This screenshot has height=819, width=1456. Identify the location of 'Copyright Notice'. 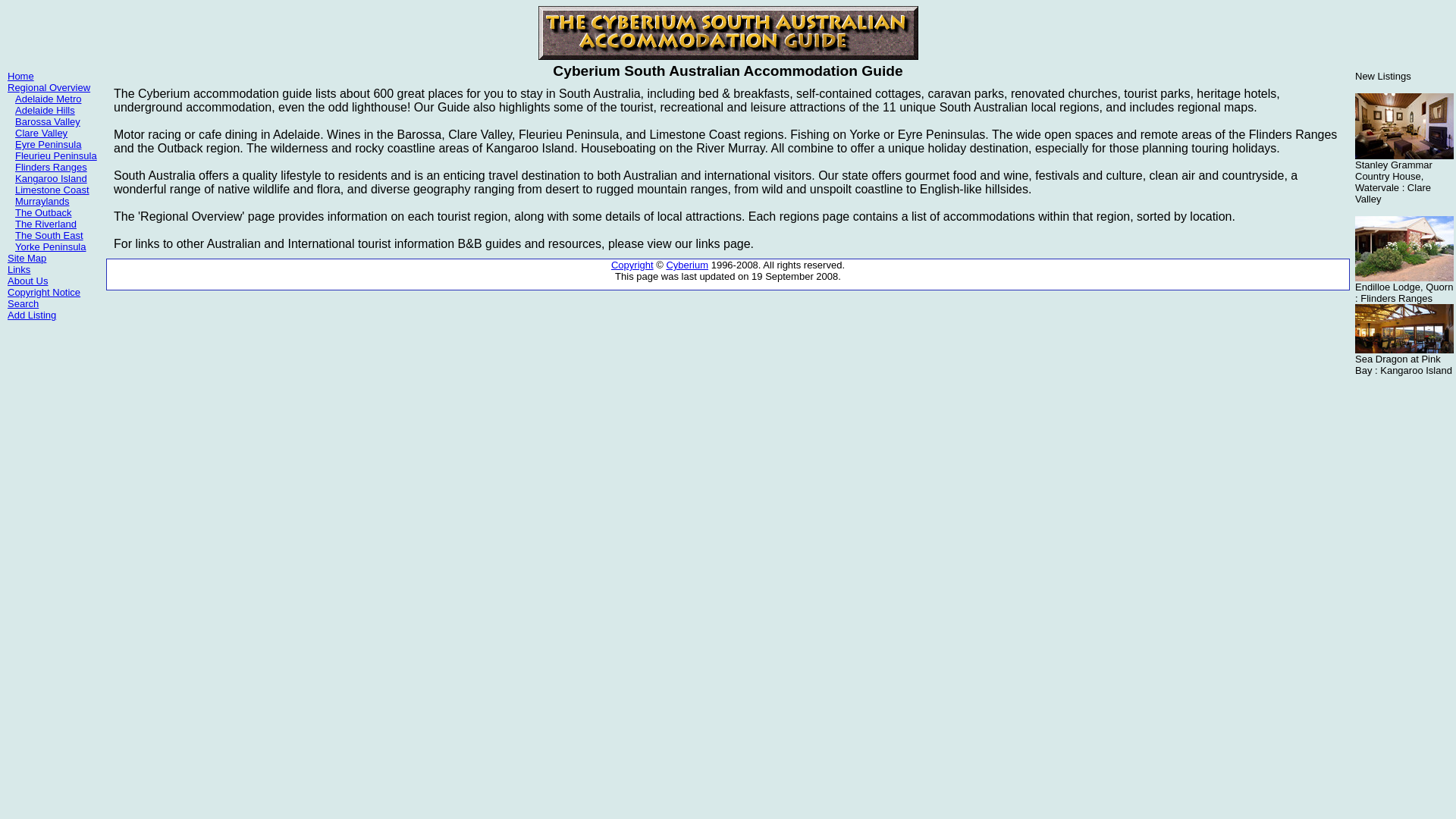
(43, 292).